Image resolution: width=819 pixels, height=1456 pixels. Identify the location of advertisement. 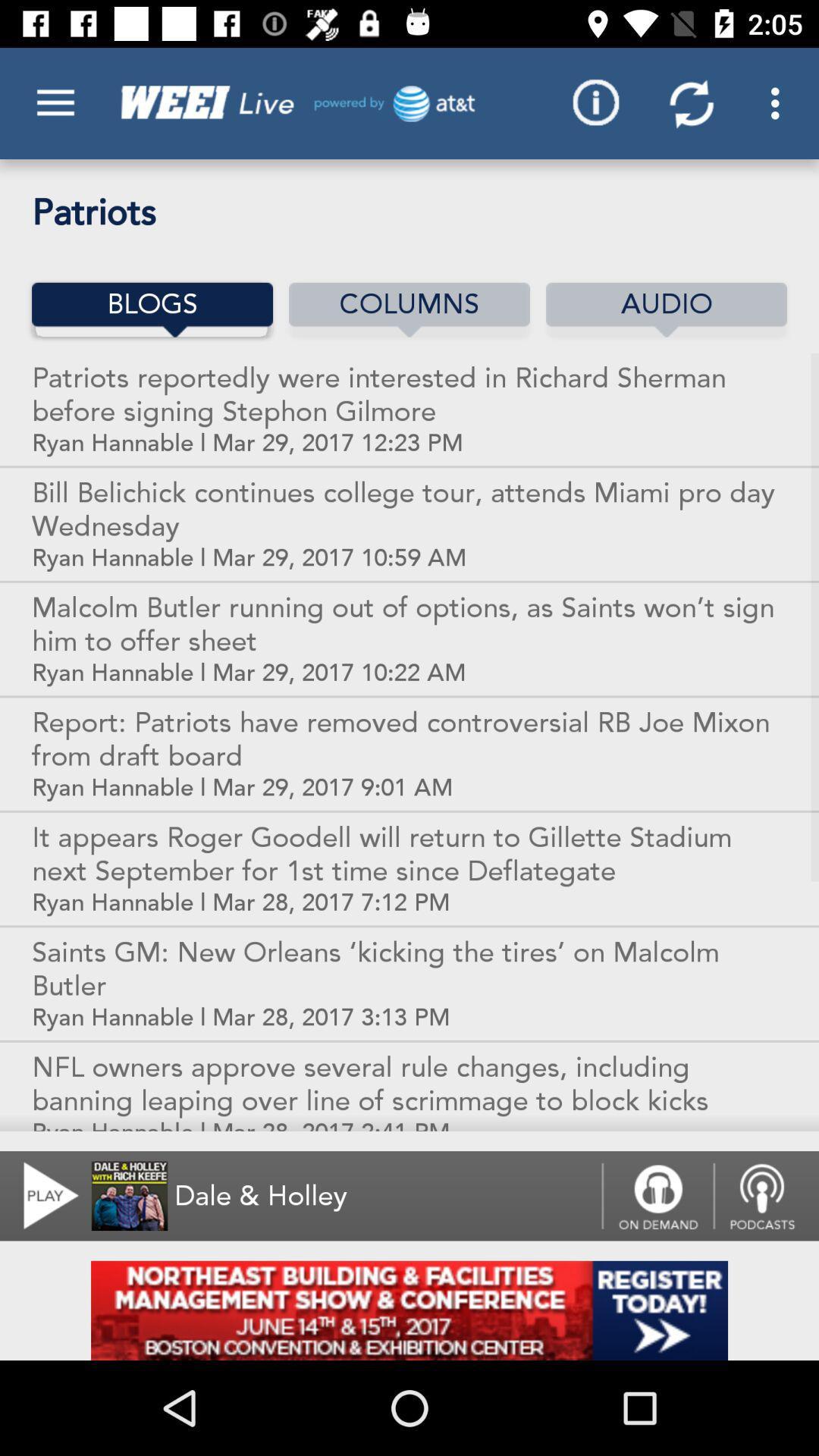
(409, 1310).